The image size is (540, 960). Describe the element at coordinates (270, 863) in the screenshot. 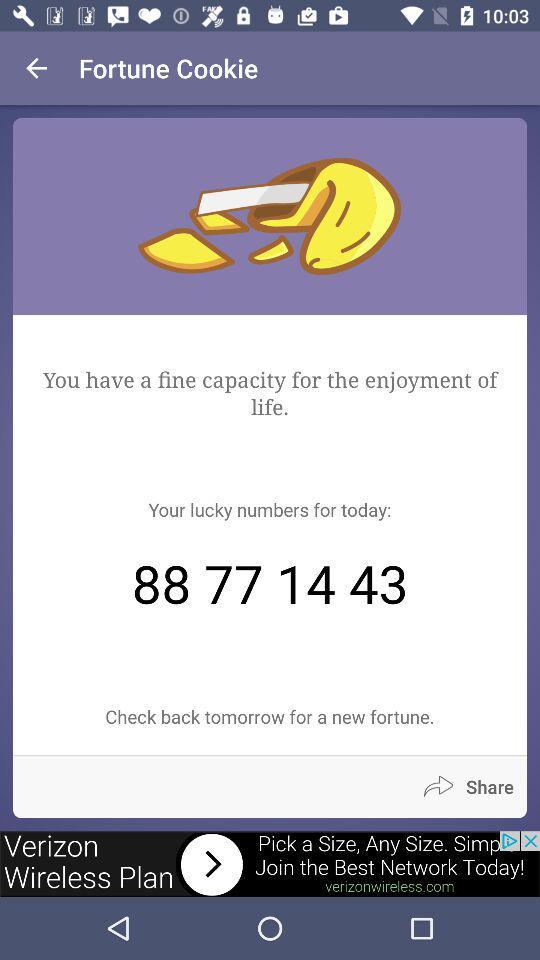

I see `open advertisement` at that location.